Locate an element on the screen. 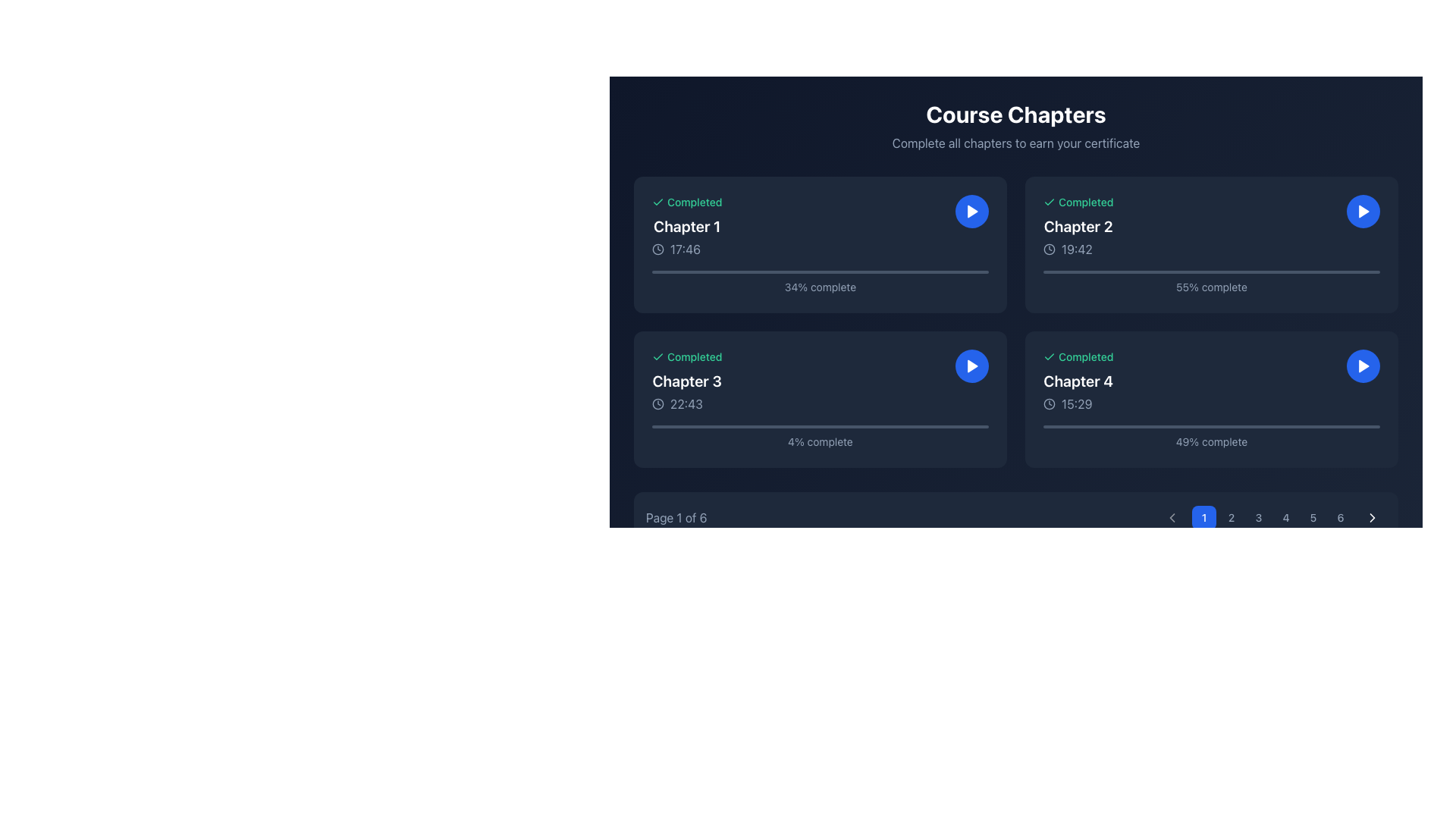 This screenshot has height=819, width=1456. the text label displaying '55% complete', which is styled in a small font size and grayish color, located below the horizontal progress bar within the 'Chapter 2' card is located at coordinates (1211, 287).